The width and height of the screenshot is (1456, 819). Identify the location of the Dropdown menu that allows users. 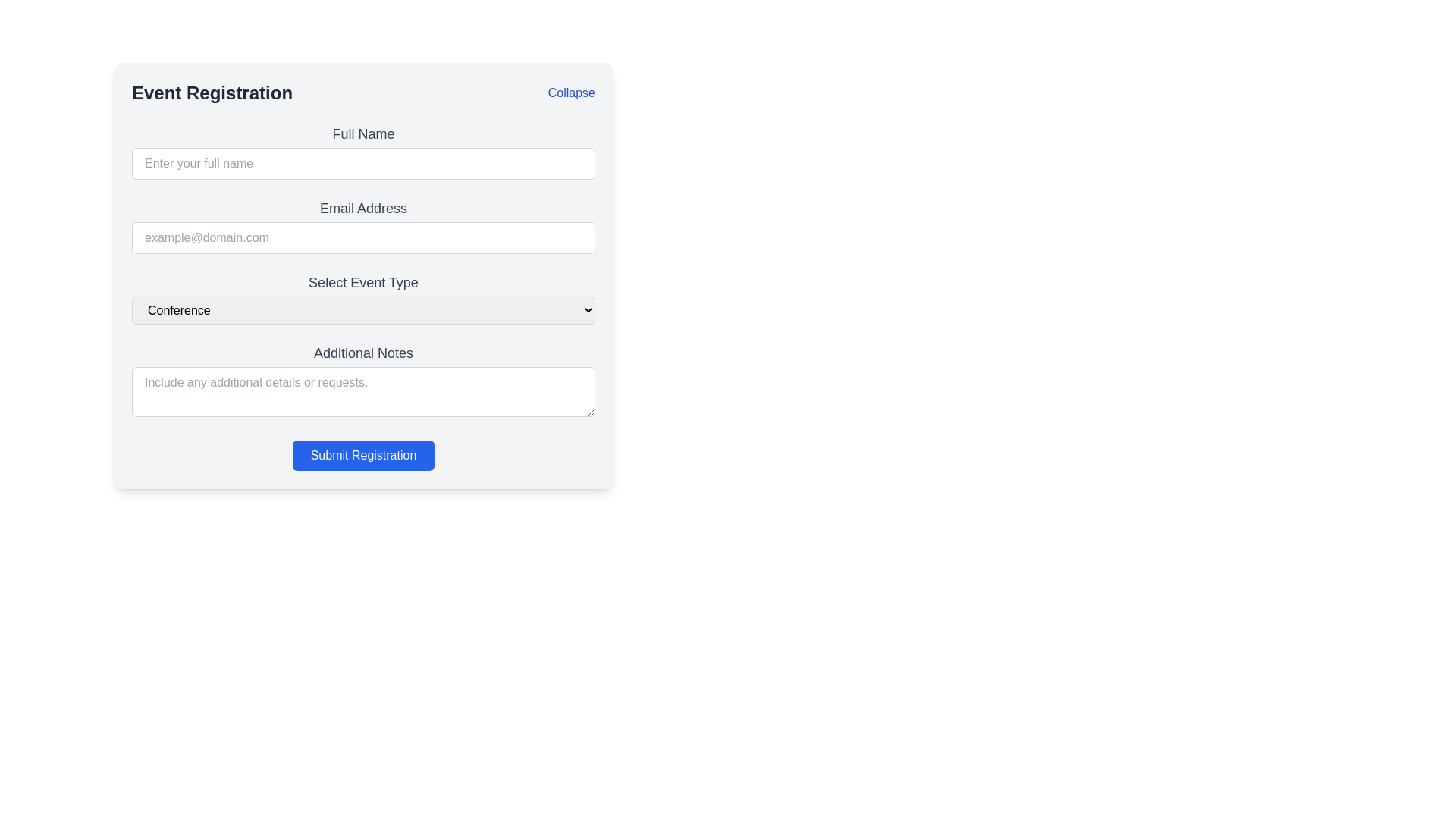
(362, 298).